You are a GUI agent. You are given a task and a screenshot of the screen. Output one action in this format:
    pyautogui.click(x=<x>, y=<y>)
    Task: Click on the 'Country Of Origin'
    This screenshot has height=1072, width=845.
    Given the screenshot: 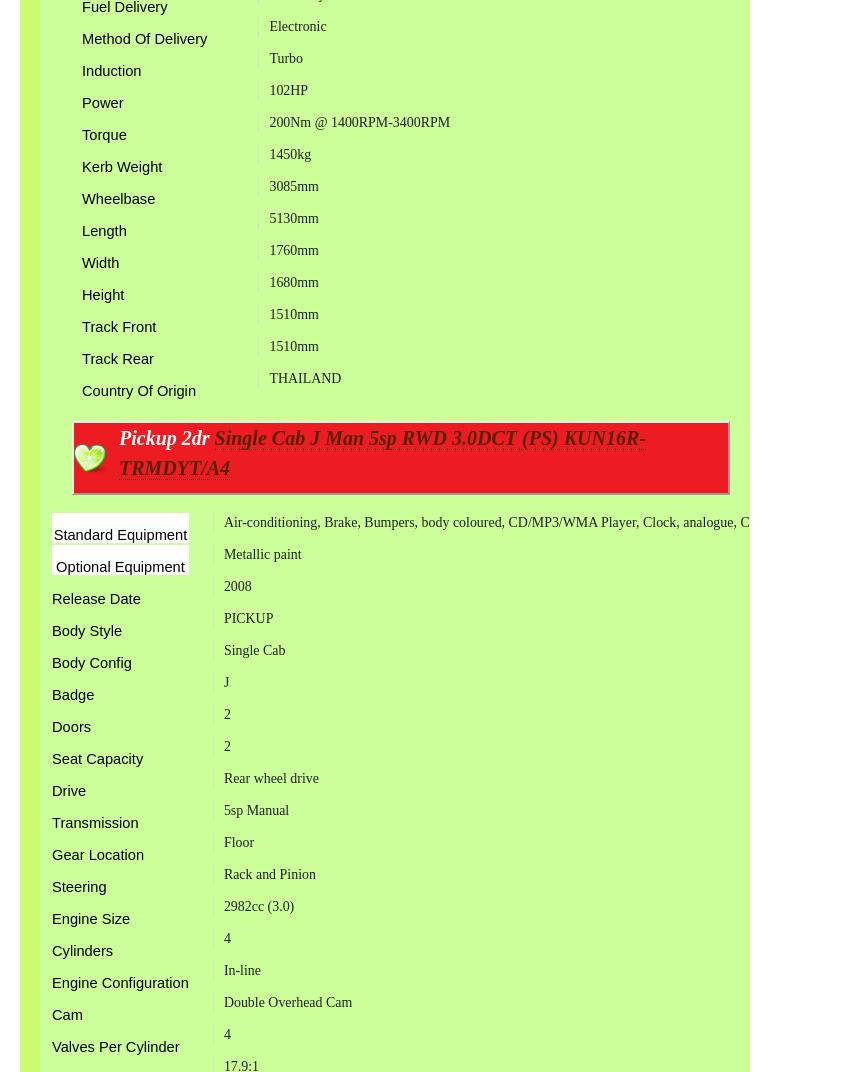 What is the action you would take?
    pyautogui.click(x=139, y=389)
    